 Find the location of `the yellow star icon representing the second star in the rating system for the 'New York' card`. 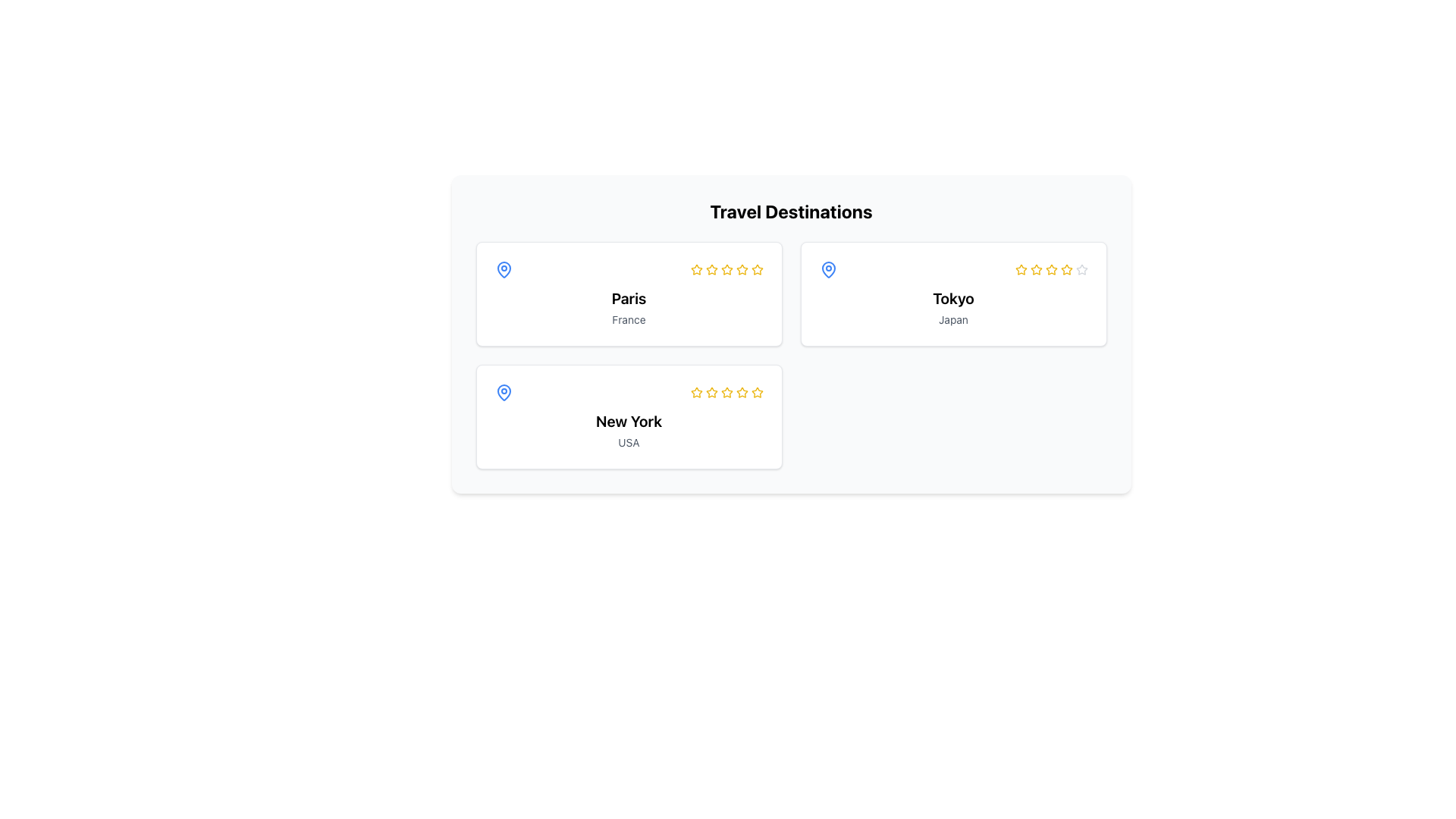

the yellow star icon representing the second star in the rating system for the 'New York' card is located at coordinates (711, 391).